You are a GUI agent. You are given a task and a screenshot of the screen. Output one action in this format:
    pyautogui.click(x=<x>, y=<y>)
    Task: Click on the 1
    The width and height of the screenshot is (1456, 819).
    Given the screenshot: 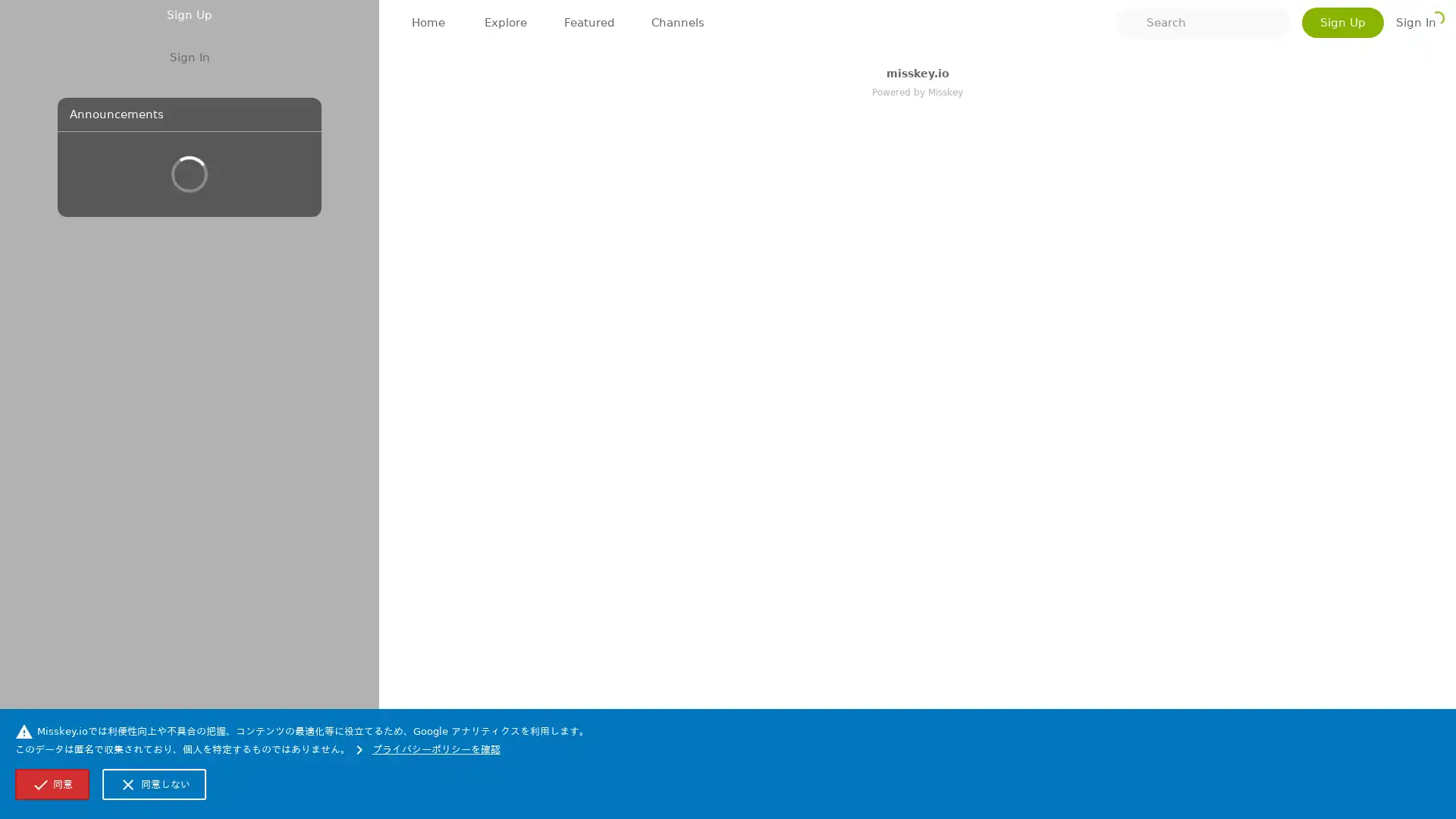 What is the action you would take?
    pyautogui.click(x=476, y=643)
    